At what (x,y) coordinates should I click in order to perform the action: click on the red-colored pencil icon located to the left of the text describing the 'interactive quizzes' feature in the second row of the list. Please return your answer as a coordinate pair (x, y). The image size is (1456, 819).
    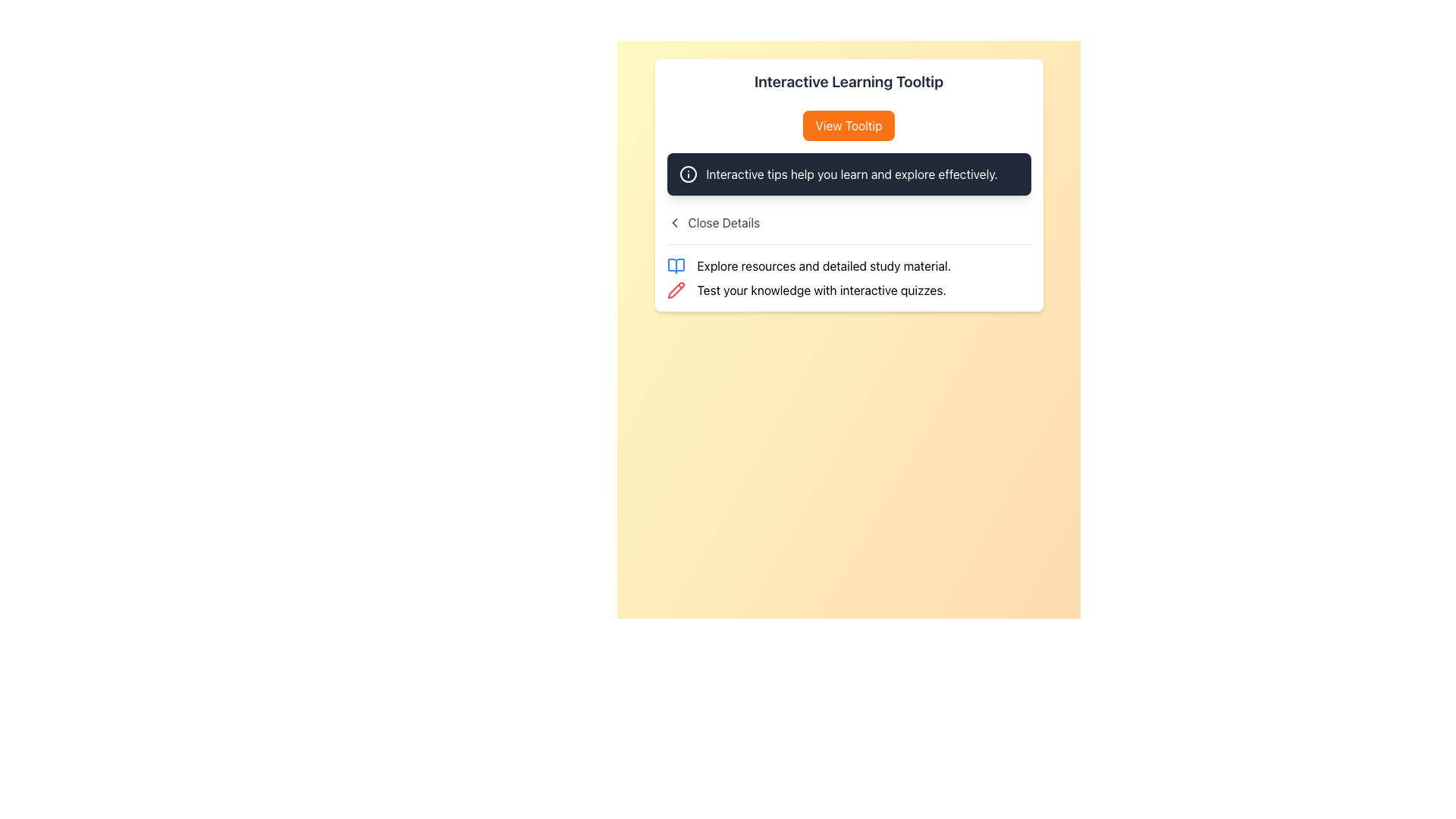
    Looking at the image, I should click on (675, 290).